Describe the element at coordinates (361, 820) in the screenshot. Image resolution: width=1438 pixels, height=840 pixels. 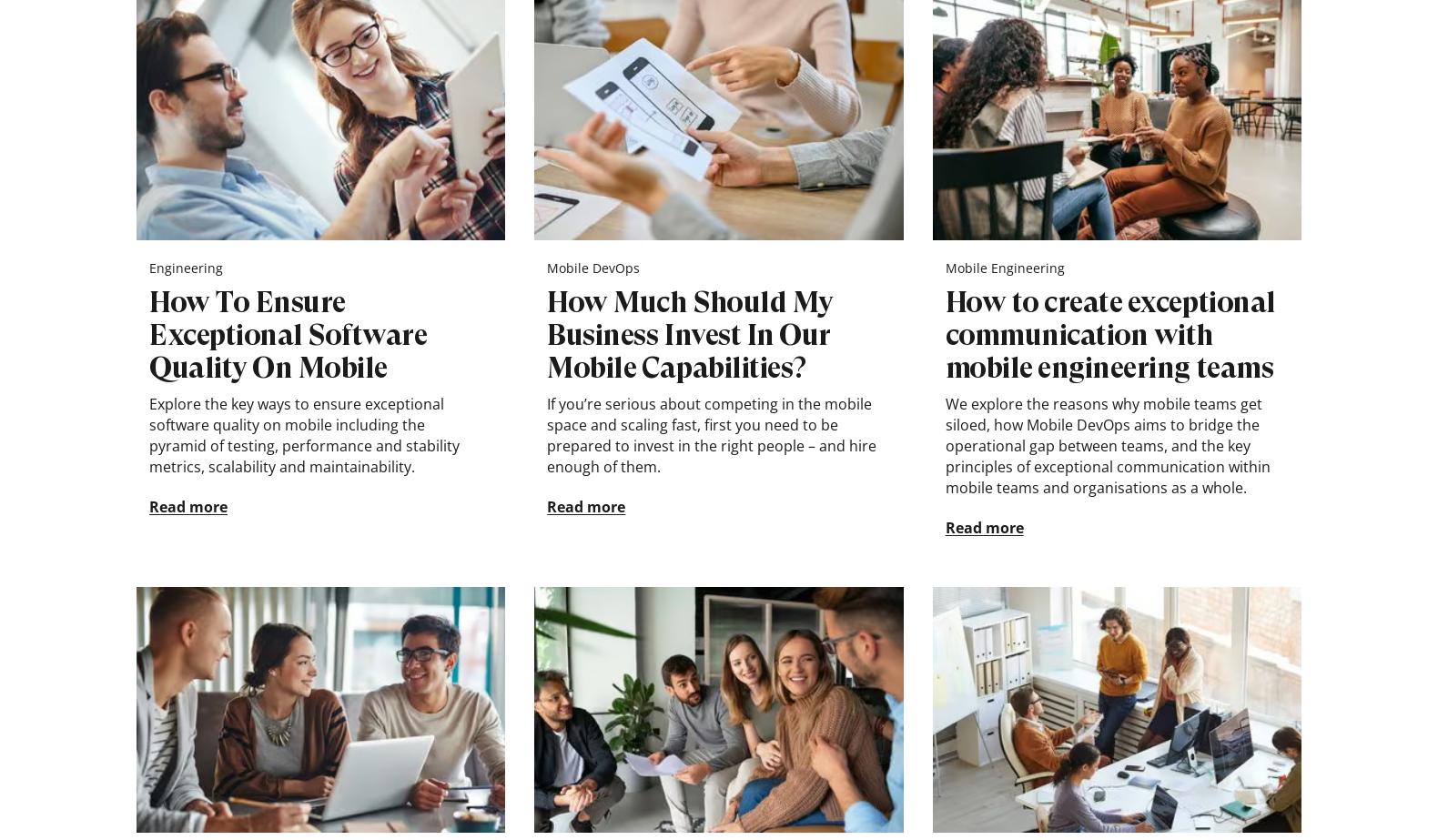
I see `'Reg. B66558586'` at that location.